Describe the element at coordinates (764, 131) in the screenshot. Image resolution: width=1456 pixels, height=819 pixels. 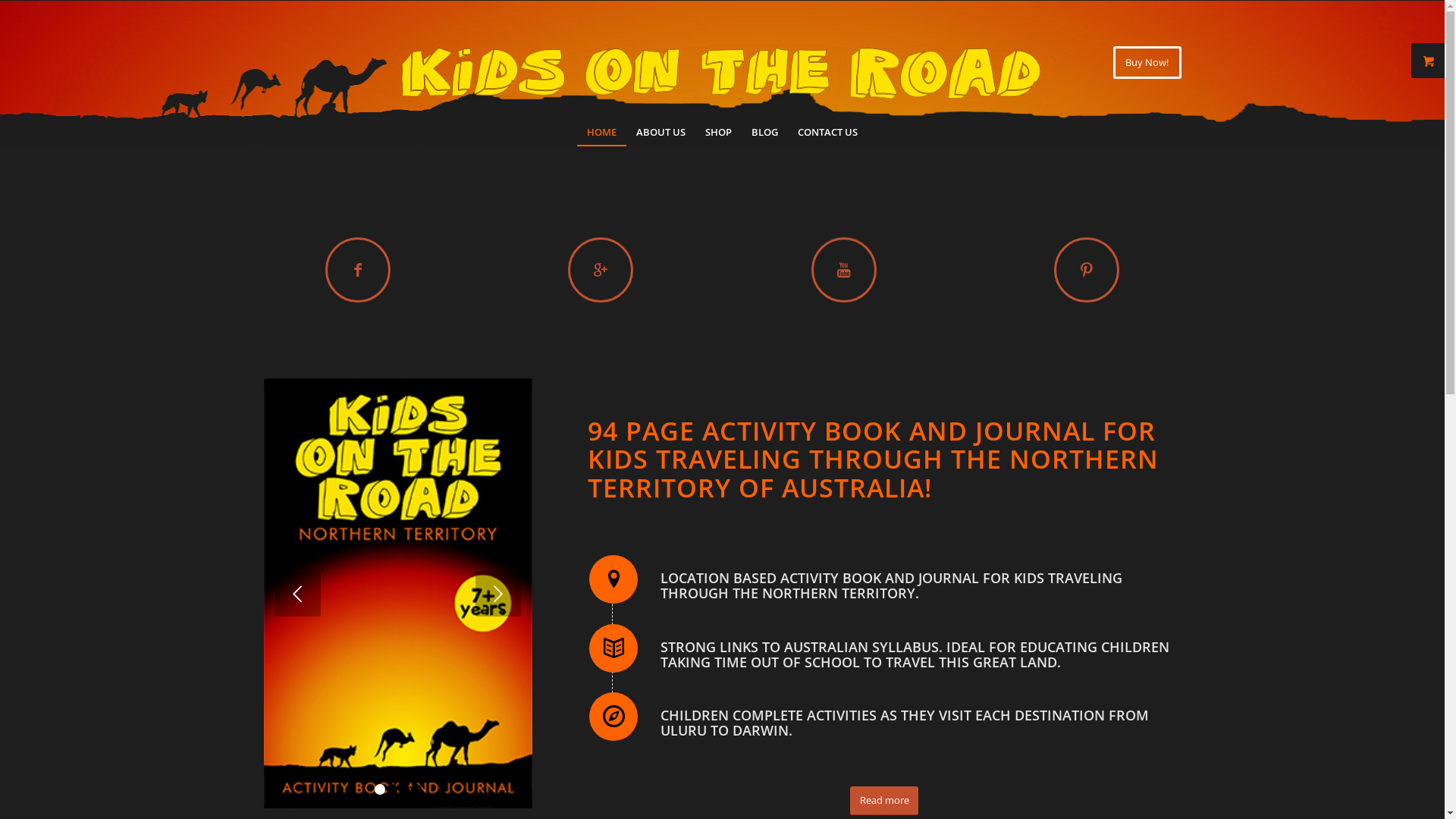
I see `'BLOG'` at that location.